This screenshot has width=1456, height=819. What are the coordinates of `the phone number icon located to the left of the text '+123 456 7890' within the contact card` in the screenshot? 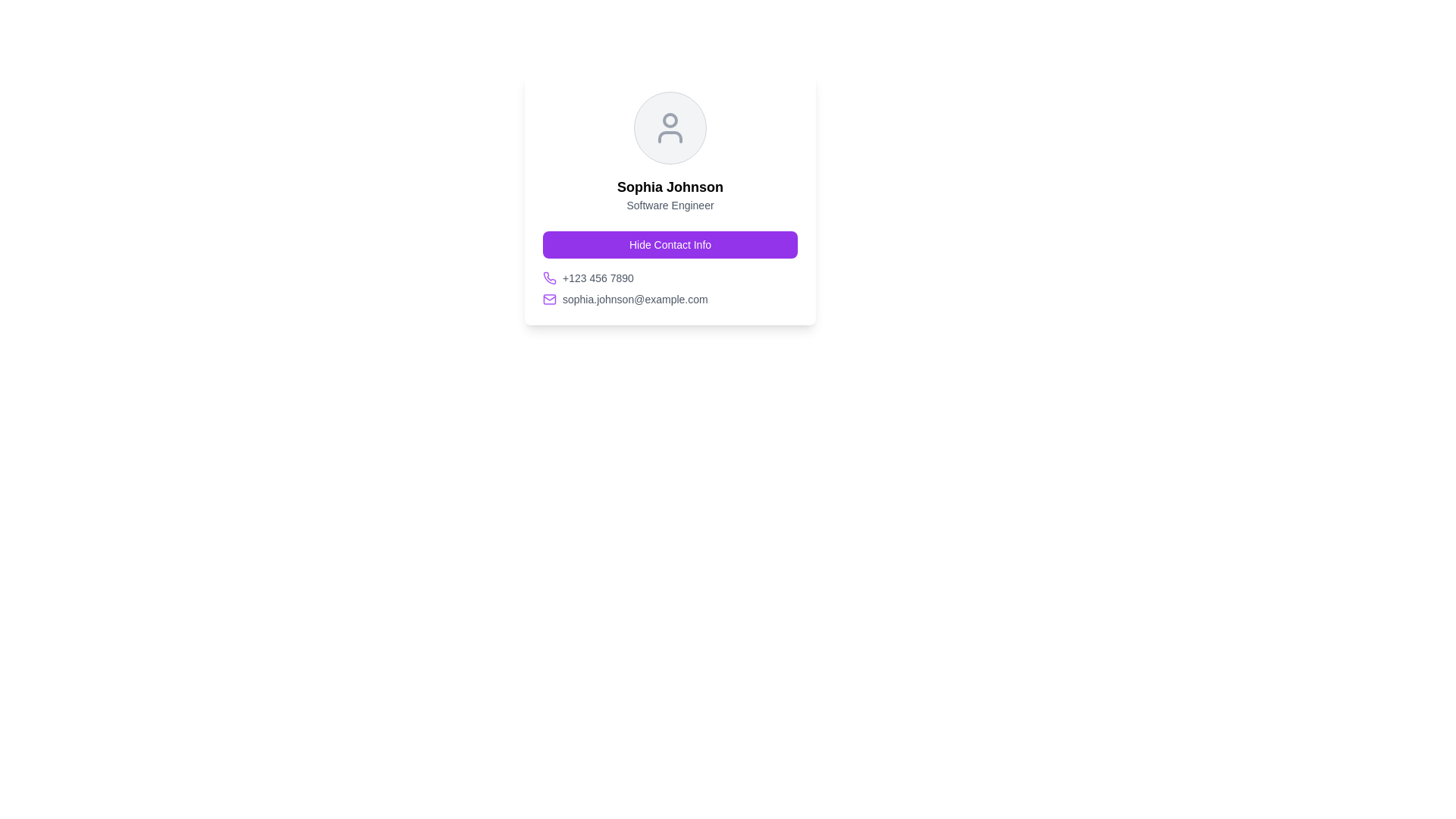 It's located at (548, 278).